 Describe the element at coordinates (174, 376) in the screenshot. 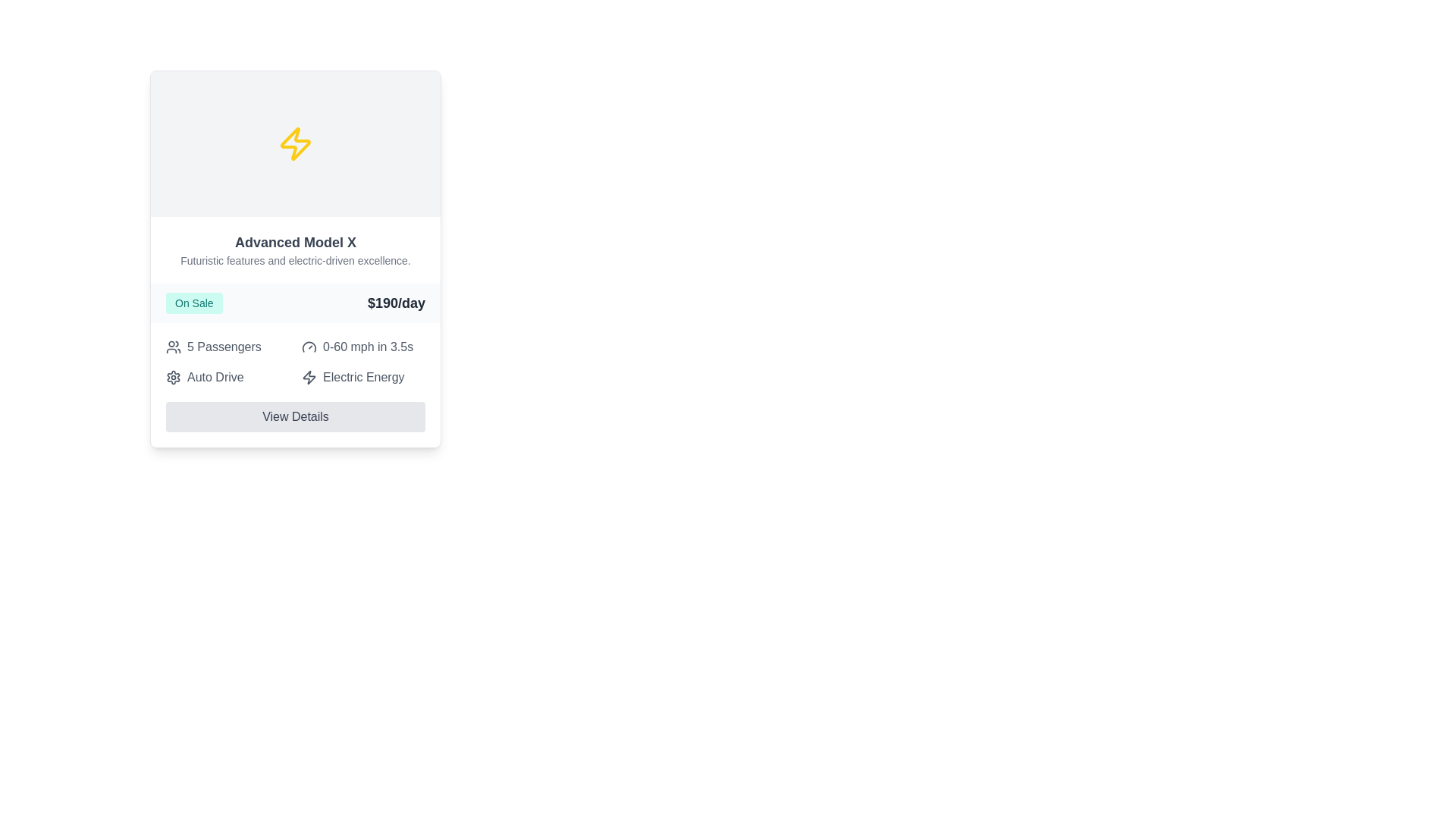

I see `the Settings icon located in the lower section of the card component, preceding the 'Auto Drive' text` at that location.